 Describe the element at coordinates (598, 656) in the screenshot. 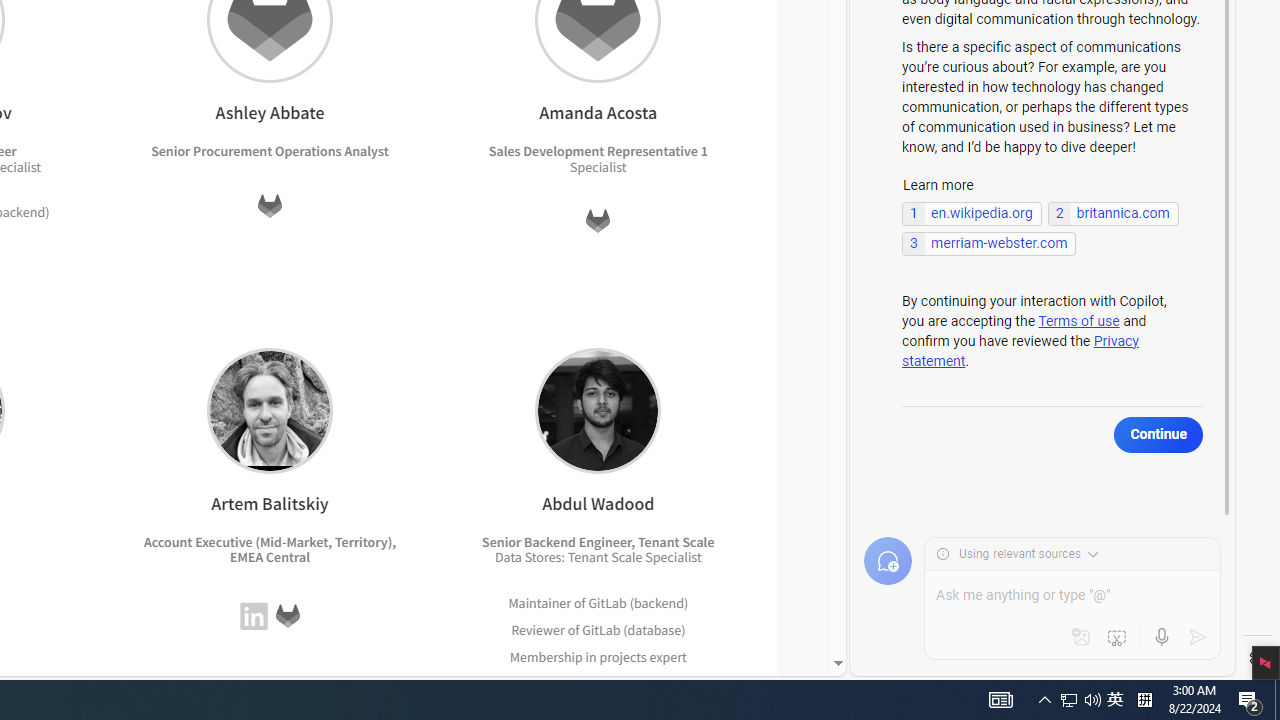

I see `'Membership in projects expert'` at that location.